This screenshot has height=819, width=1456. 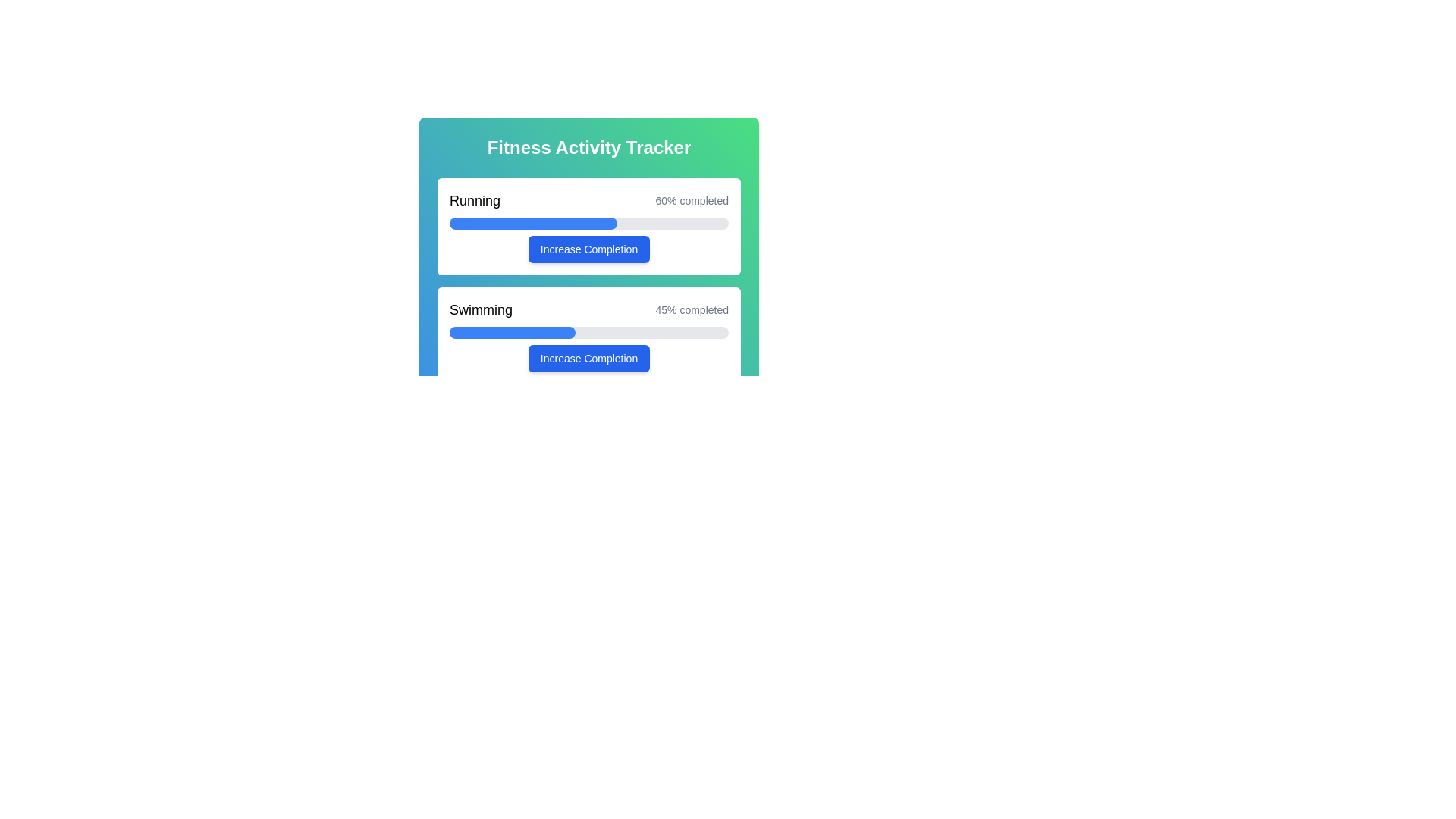 I want to click on the progress indicator, which is a rounded progress bar with a light gray background and a blue filled portion, located between the text 'Swimming 45% completed' and the 'Increase Completion' button, so click(x=588, y=332).